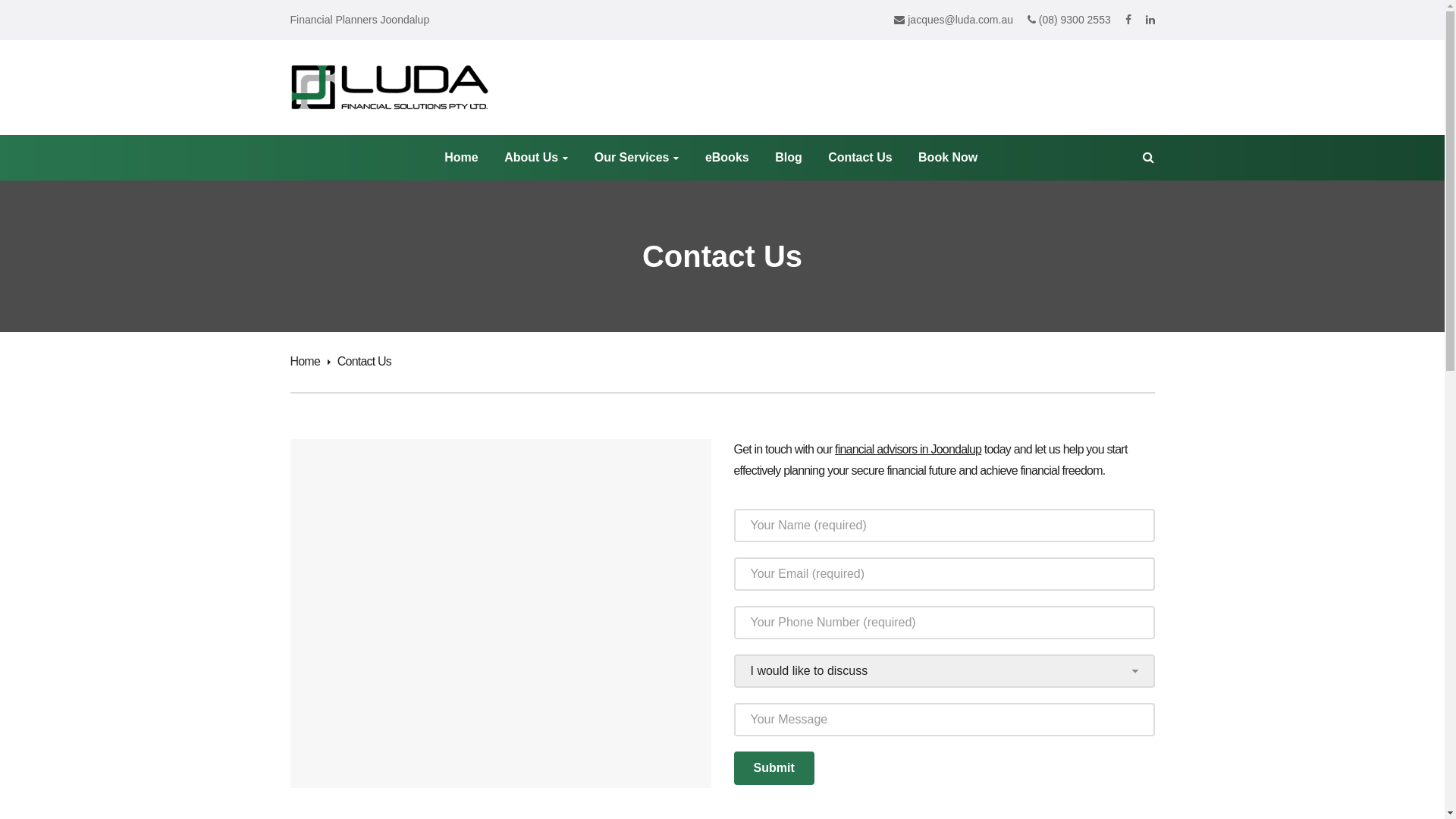 The width and height of the screenshot is (1456, 819). I want to click on 'Contact Us', so click(827, 158).